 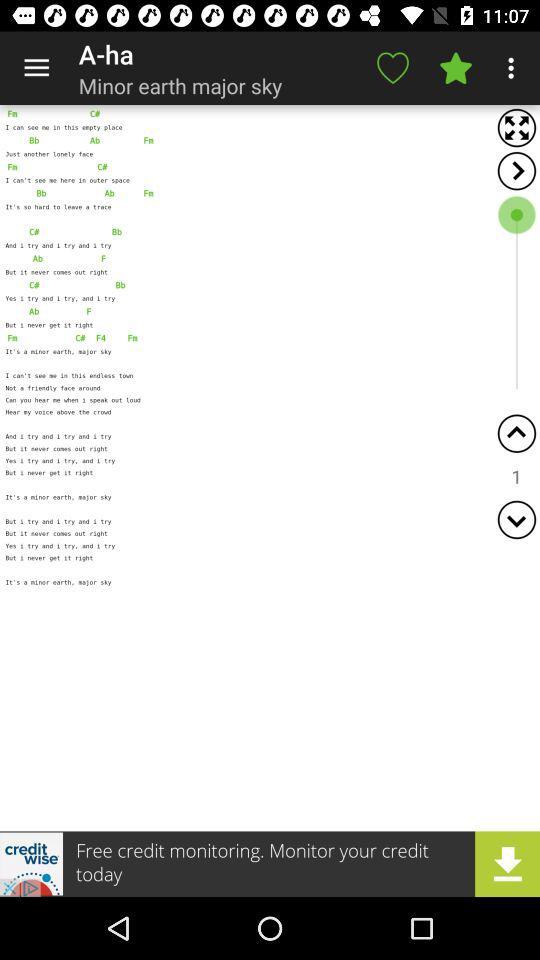 What do you see at coordinates (516, 170) in the screenshot?
I see `the arrow_forward icon` at bounding box center [516, 170].